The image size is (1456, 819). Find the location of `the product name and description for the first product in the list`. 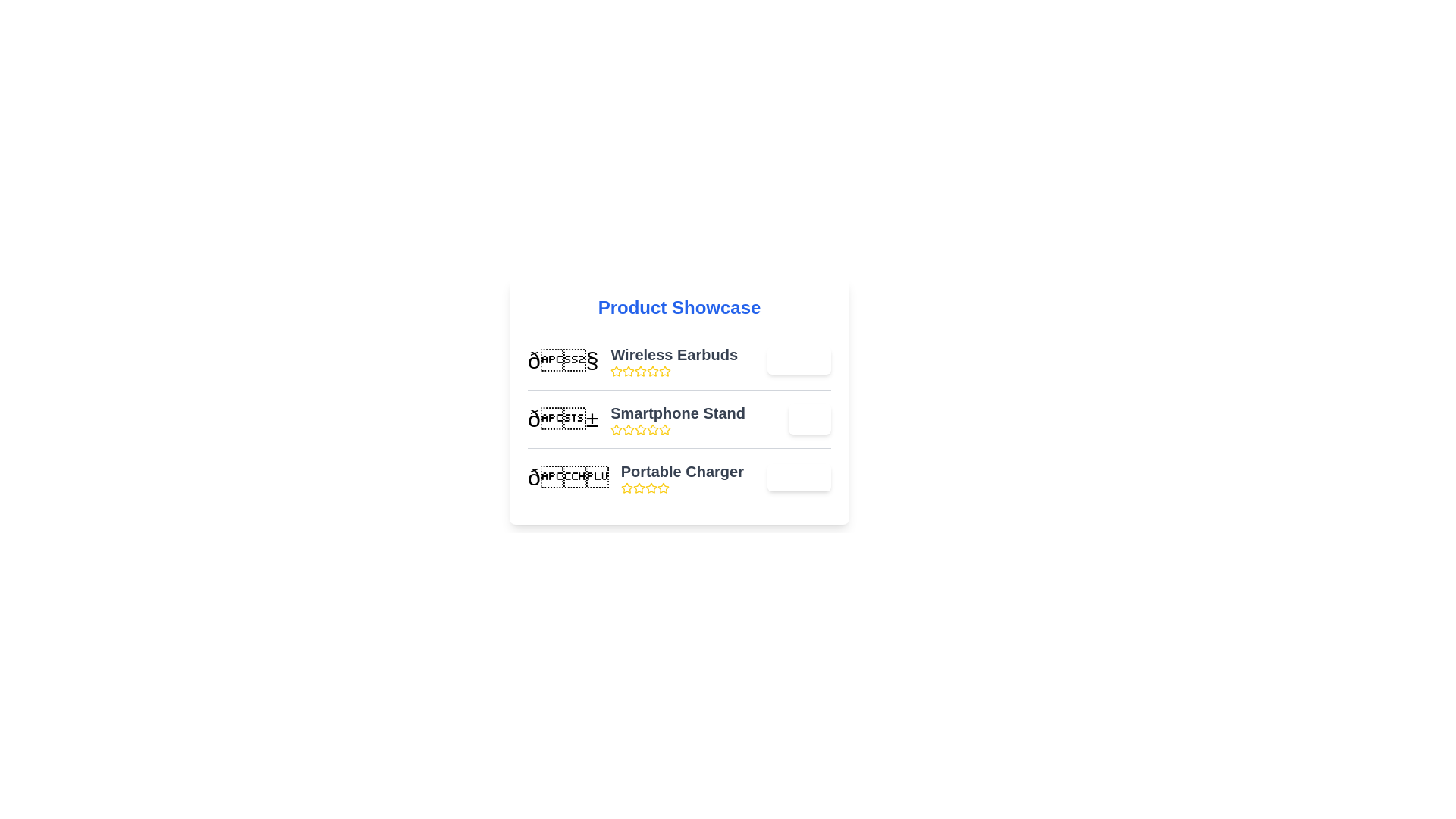

the product name and description for the first product in the list is located at coordinates (632, 360).